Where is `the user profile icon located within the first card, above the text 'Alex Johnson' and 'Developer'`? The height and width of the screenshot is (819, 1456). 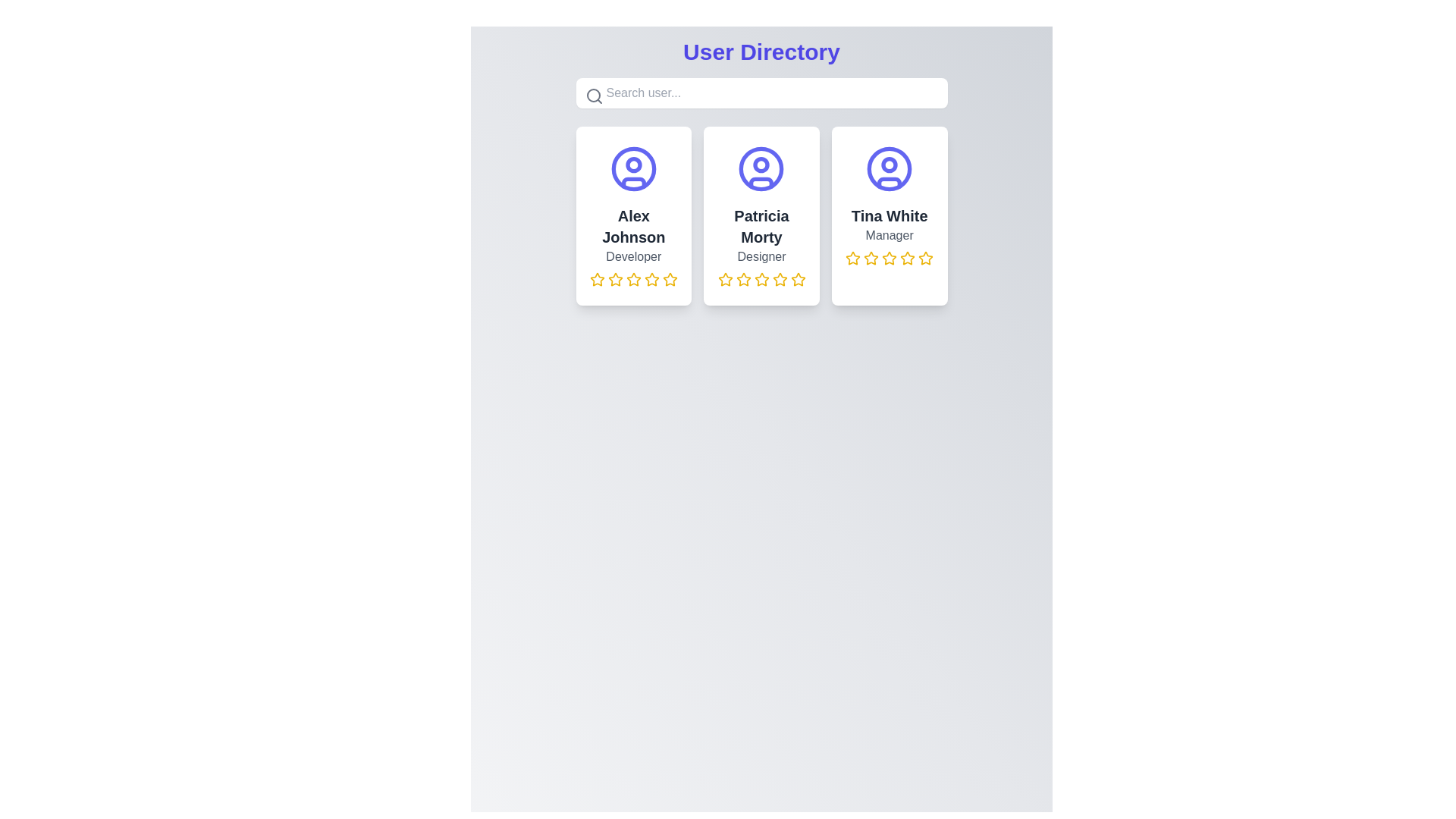
the user profile icon located within the first card, above the text 'Alex Johnson' and 'Developer' is located at coordinates (633, 169).